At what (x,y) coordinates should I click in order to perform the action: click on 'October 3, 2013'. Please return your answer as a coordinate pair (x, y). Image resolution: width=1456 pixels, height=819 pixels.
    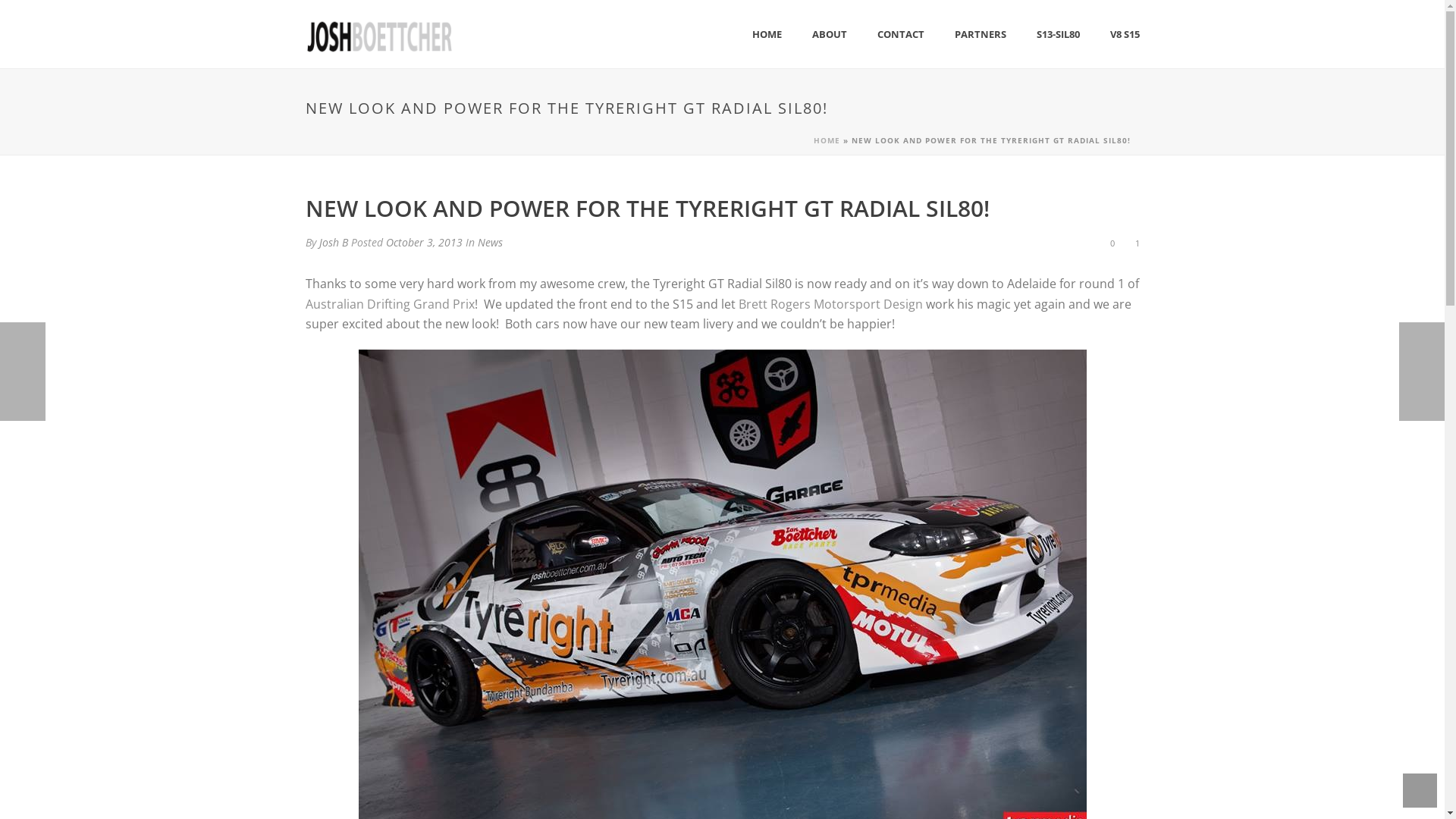
    Looking at the image, I should click on (423, 241).